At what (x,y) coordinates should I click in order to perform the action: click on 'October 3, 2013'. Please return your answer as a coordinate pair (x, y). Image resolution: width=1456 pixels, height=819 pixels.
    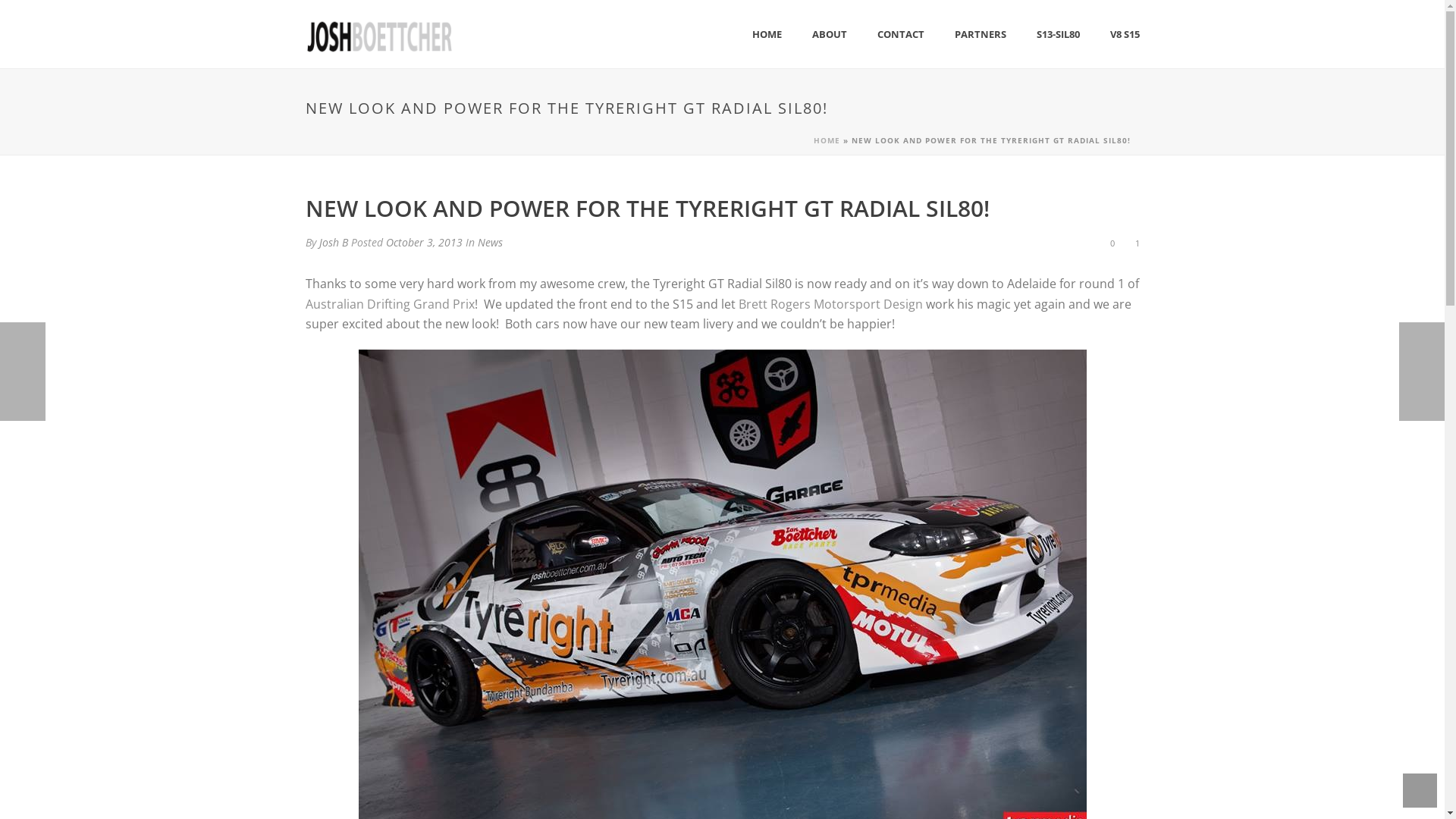
    Looking at the image, I should click on (423, 241).